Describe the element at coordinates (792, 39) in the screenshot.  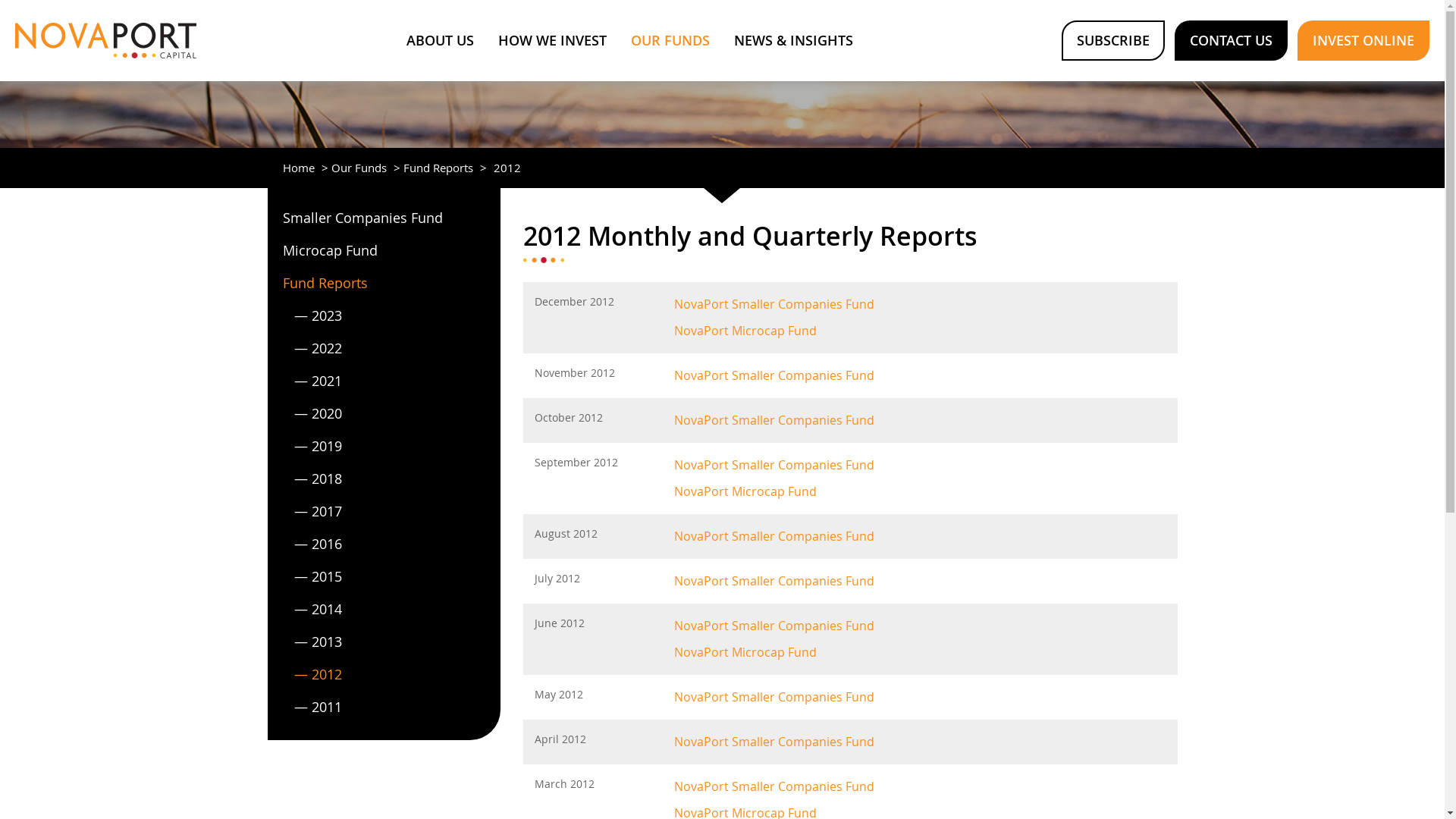
I see `'NEWS & INSIGHTS'` at that location.